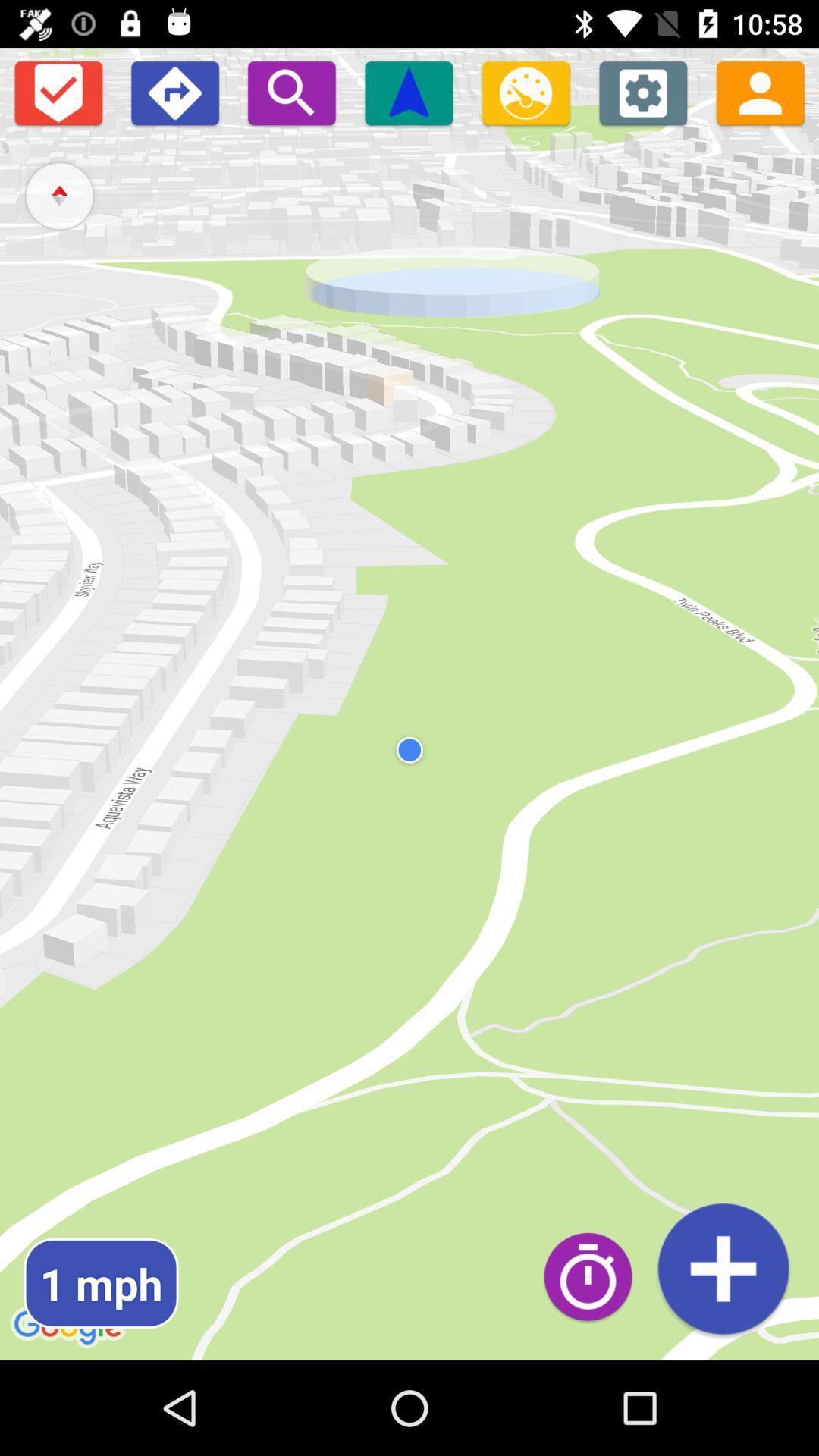 The width and height of the screenshot is (819, 1456). Describe the element at coordinates (174, 92) in the screenshot. I see `this is a playground` at that location.